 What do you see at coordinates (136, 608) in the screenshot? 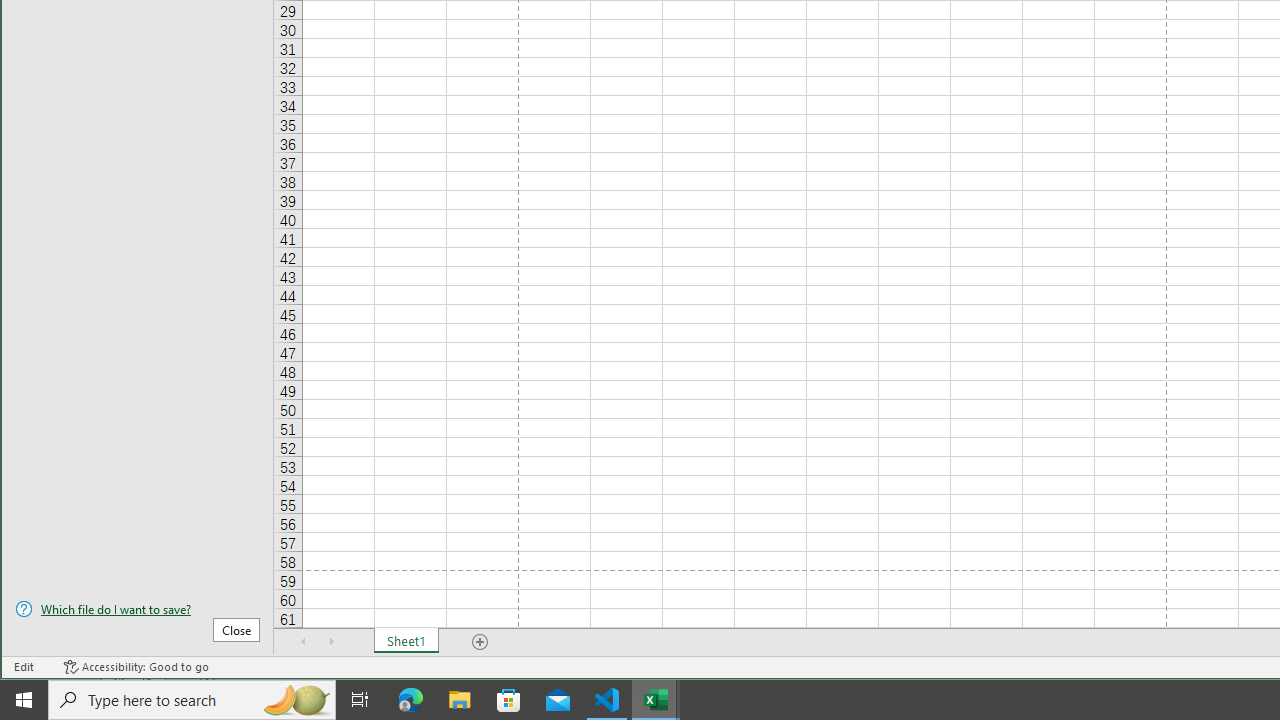
I see `'Which file do I want to save?'` at bounding box center [136, 608].